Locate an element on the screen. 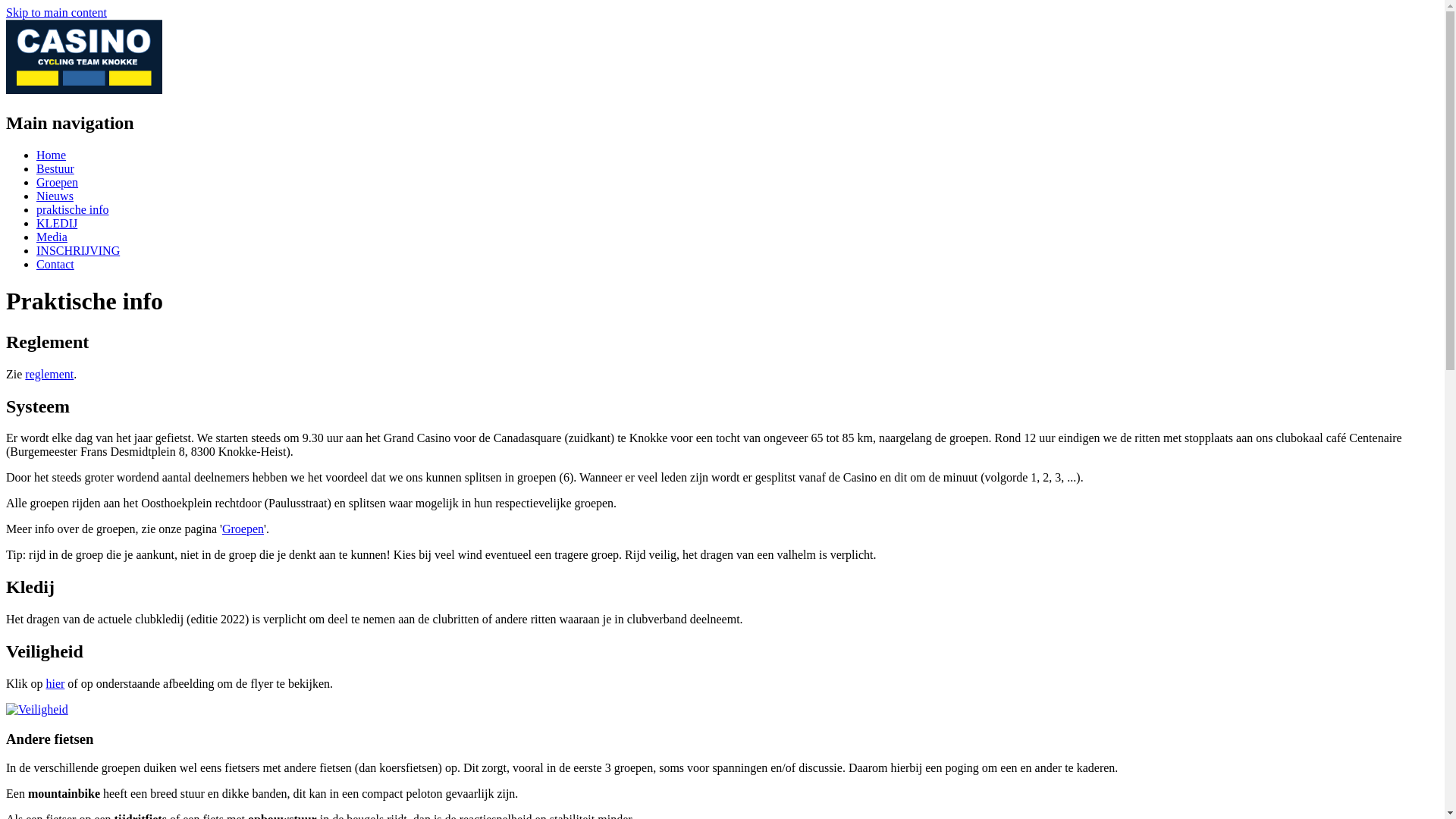 Image resolution: width=1456 pixels, height=819 pixels. 'Media' is located at coordinates (36, 237).